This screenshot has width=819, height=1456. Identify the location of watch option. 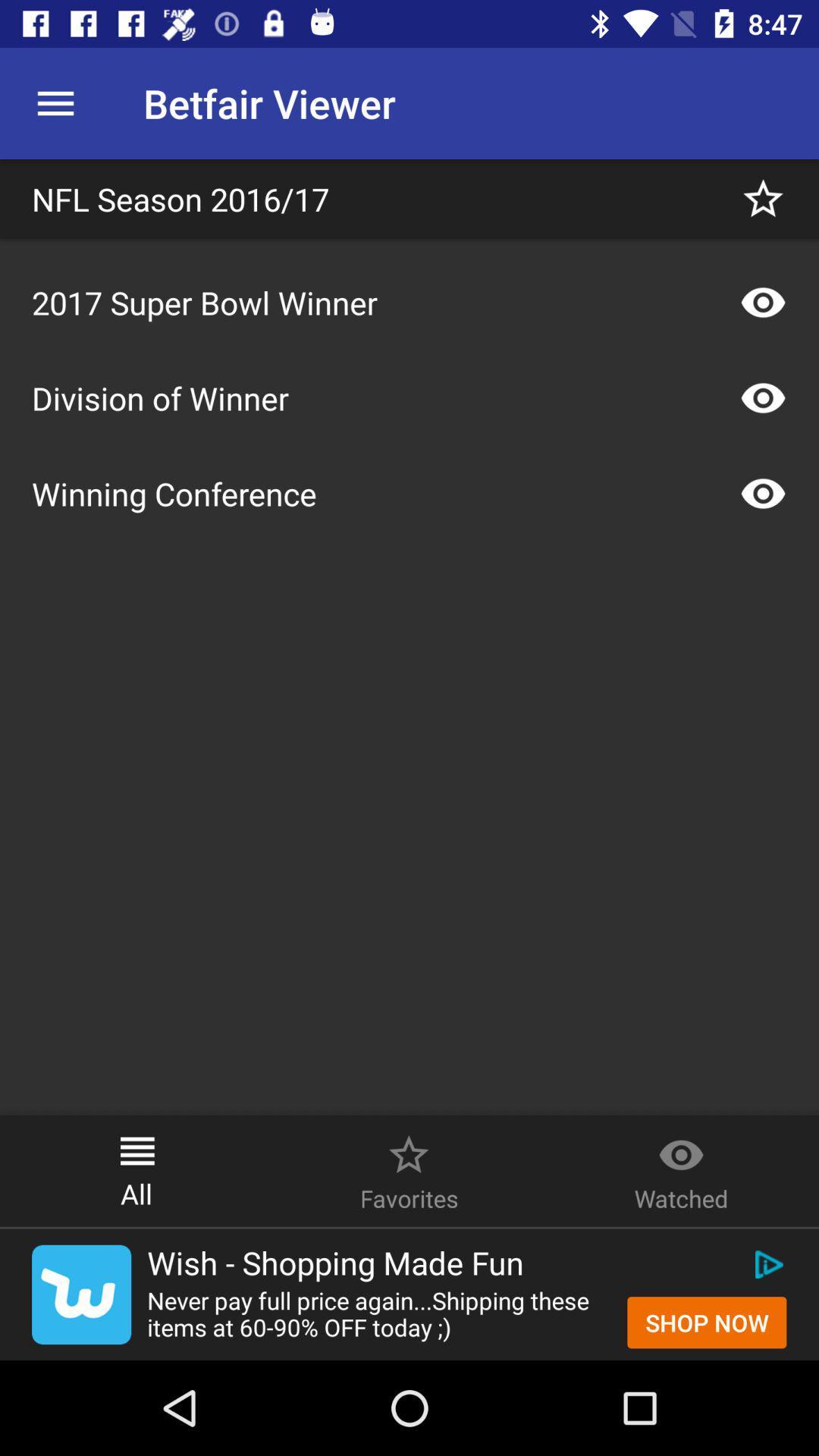
(763, 397).